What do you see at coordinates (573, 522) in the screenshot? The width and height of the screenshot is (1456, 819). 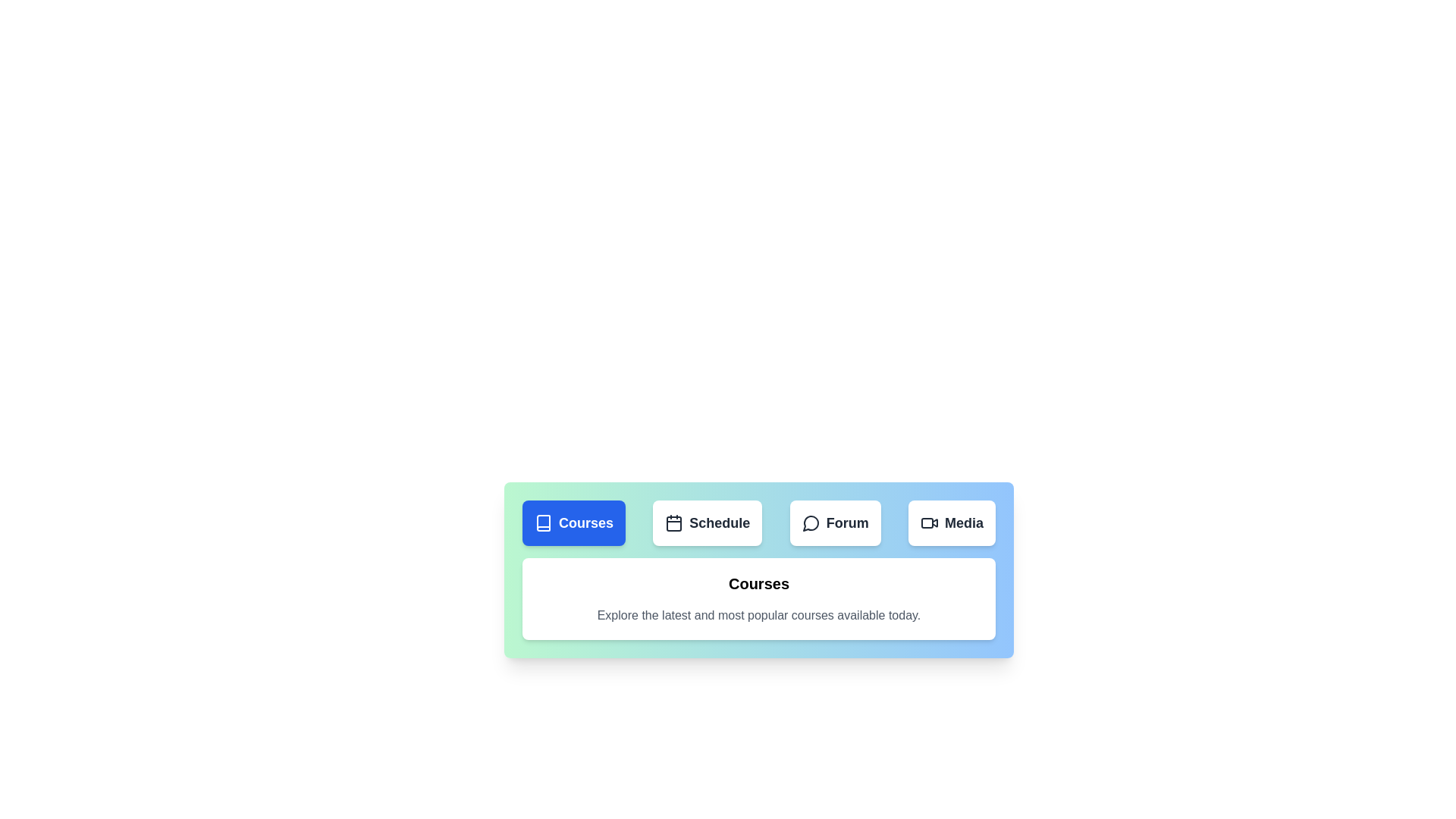 I see `the tab labeled Courses to view its content` at bounding box center [573, 522].